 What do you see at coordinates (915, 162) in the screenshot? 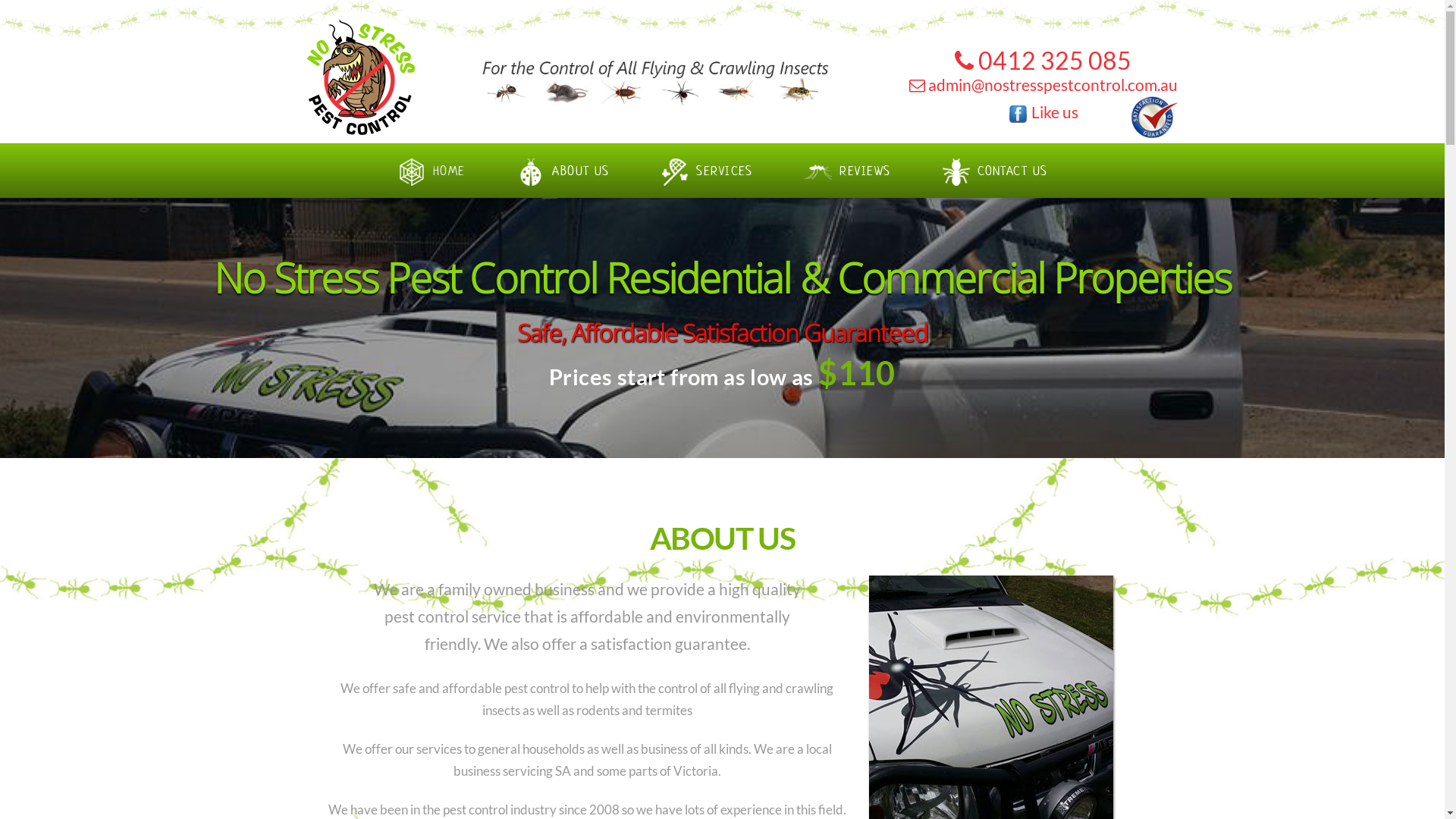
I see `'CONTACT US'` at bounding box center [915, 162].